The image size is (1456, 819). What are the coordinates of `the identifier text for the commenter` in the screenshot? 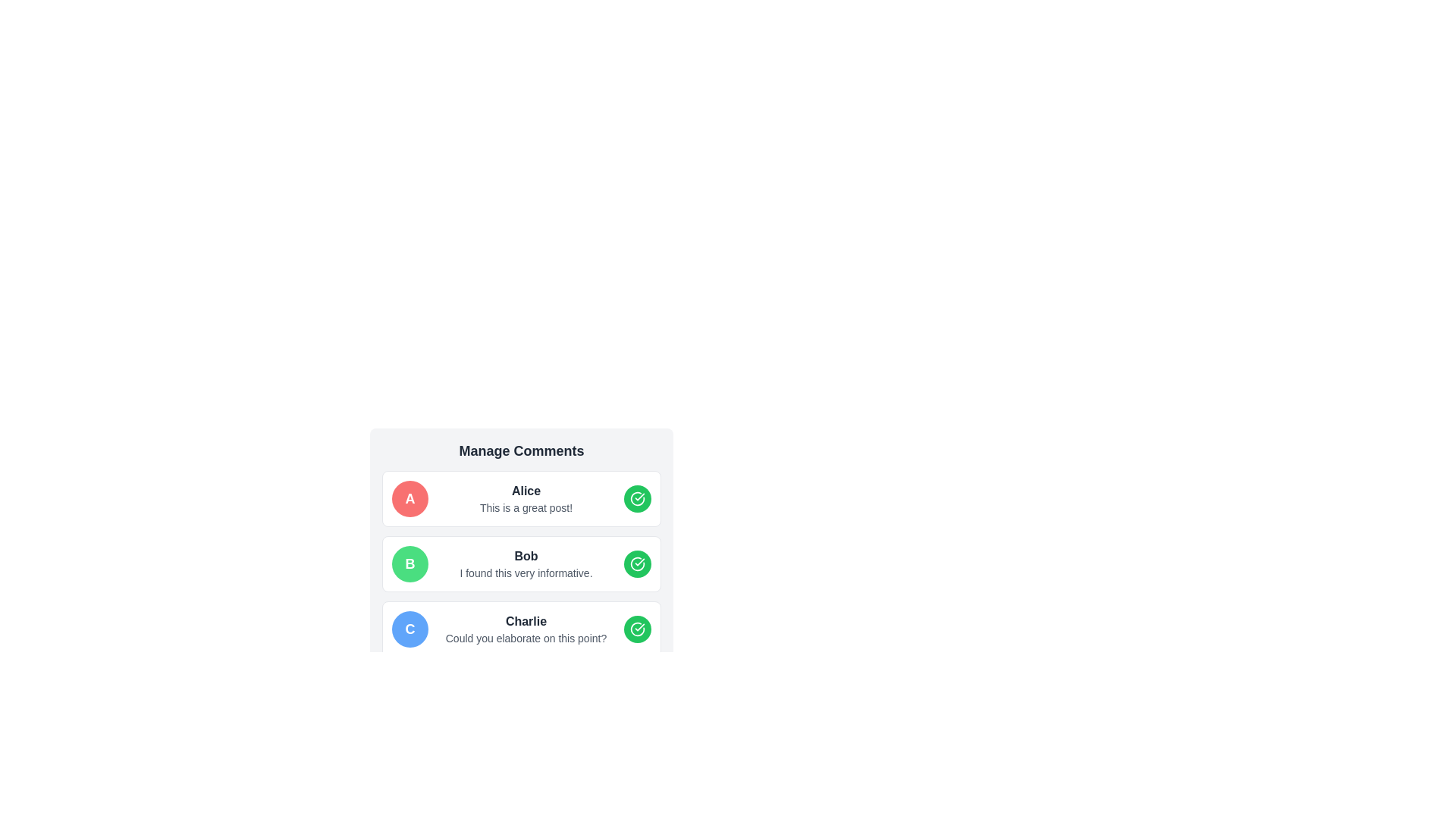 It's located at (526, 491).